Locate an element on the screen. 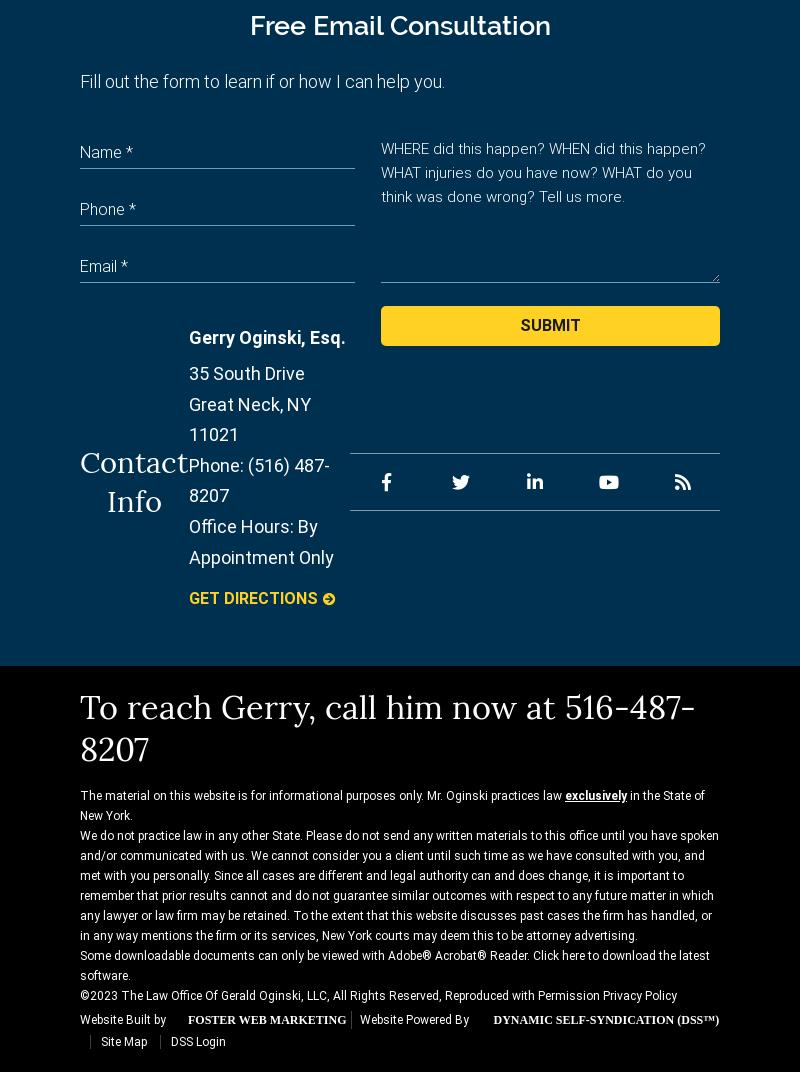 The height and width of the screenshot is (1072, 800). 'Foster Web Marketing' is located at coordinates (264, 1019).